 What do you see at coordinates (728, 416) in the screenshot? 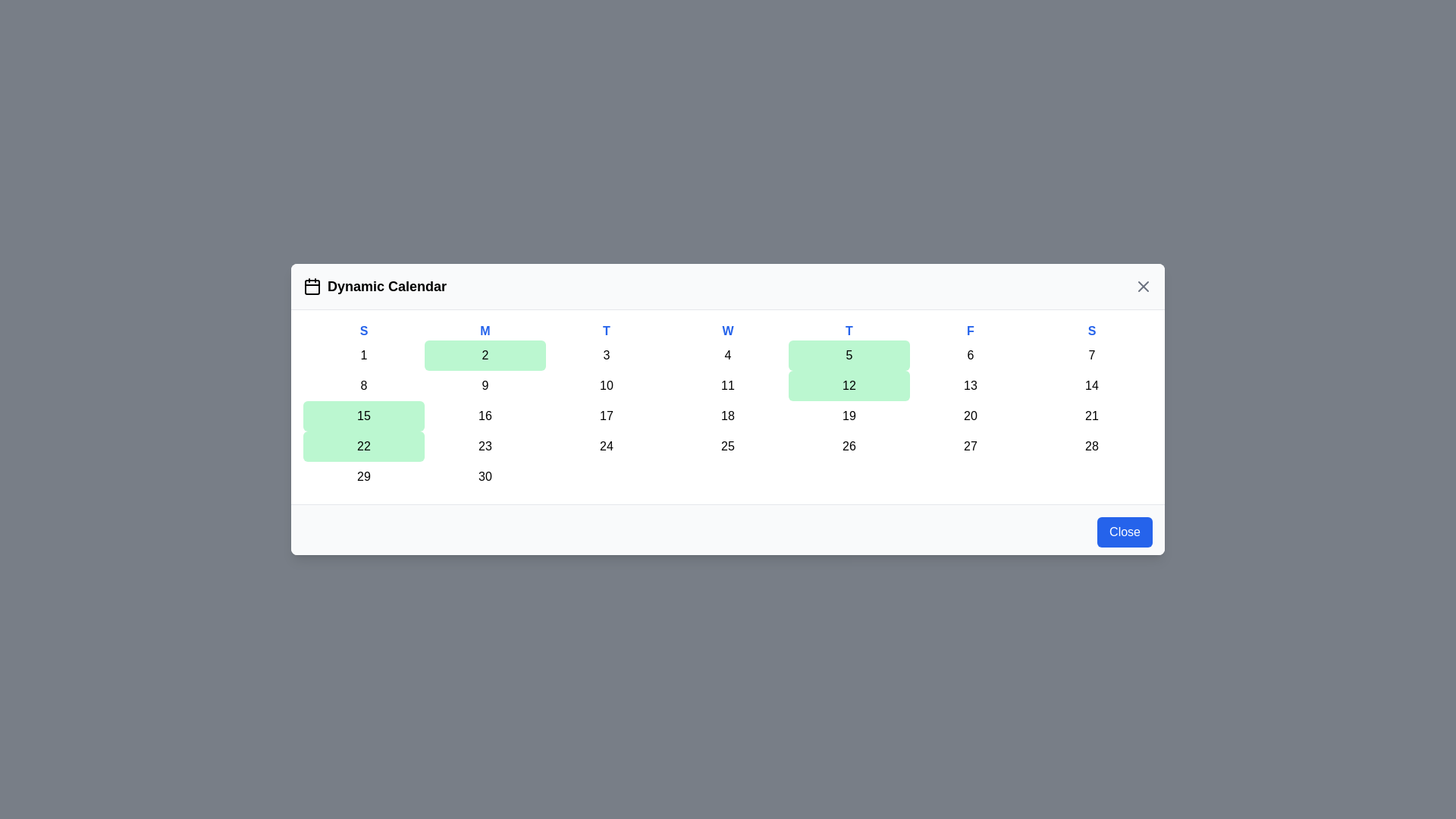
I see `the day cell corresponding to 18` at bounding box center [728, 416].